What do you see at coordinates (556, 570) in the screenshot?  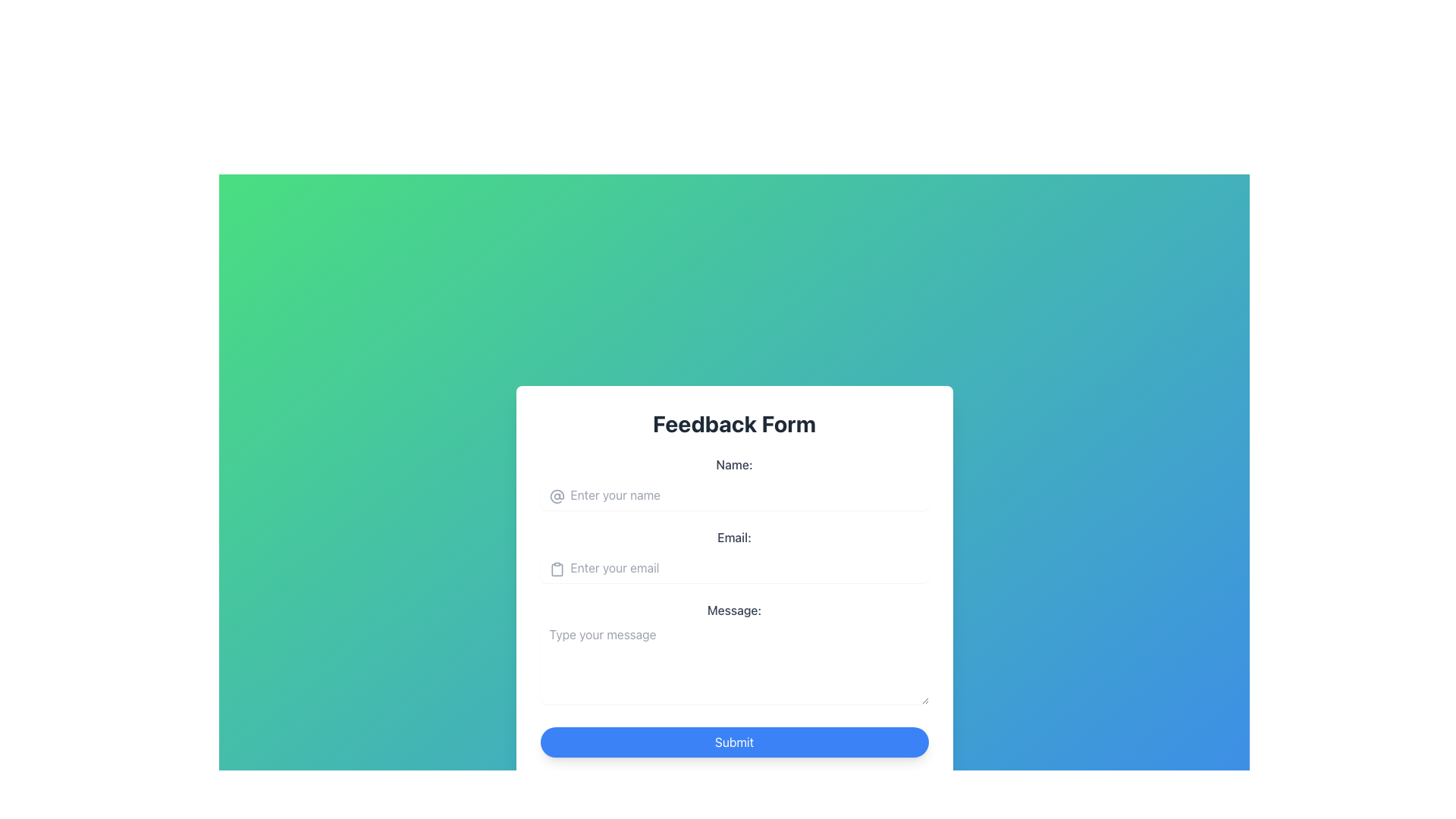 I see `the clipboard icon located in the email input section, which is styled with a thin black outline` at bounding box center [556, 570].